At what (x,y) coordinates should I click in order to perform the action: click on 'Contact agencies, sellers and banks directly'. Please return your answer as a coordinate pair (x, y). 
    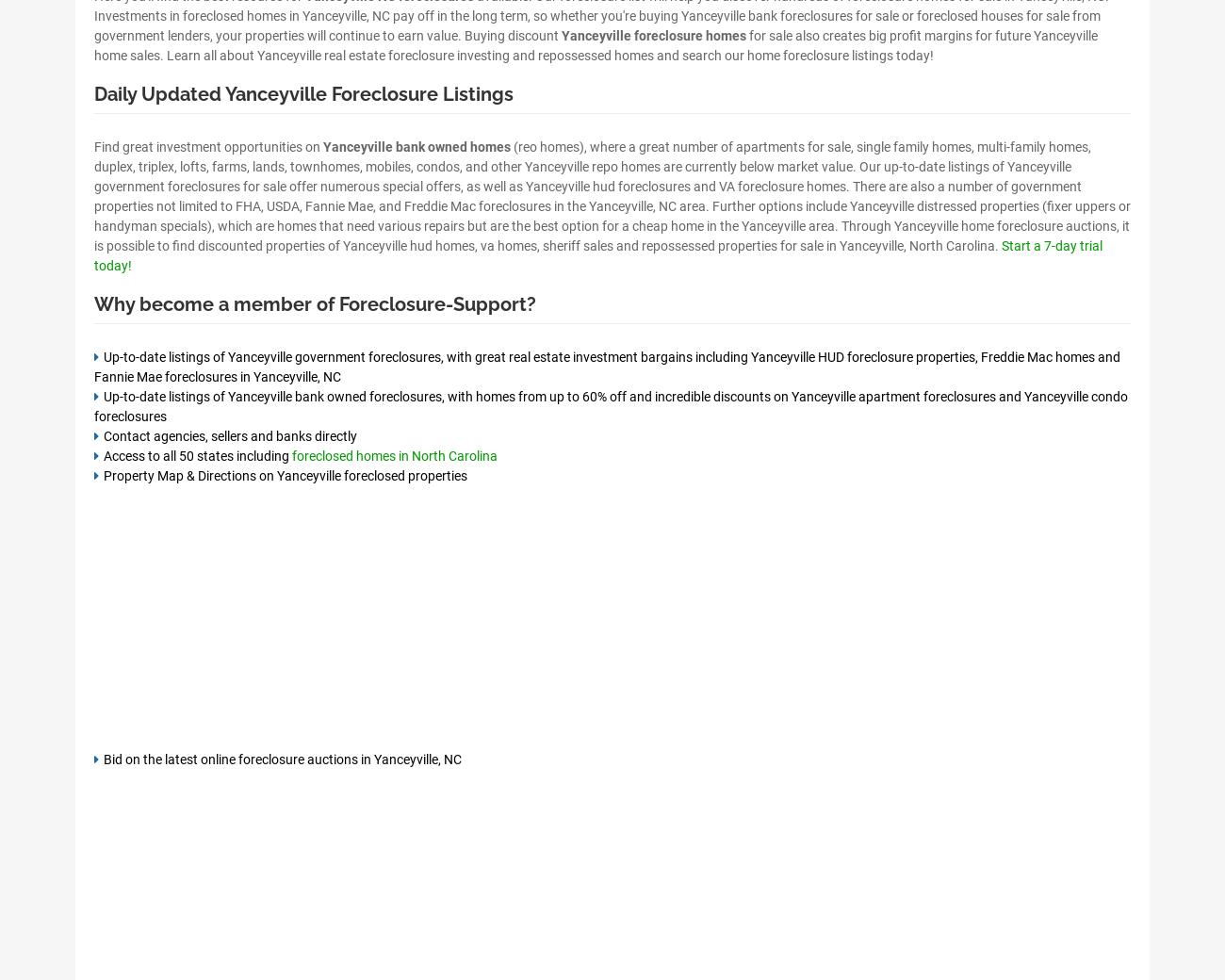
    Looking at the image, I should click on (229, 434).